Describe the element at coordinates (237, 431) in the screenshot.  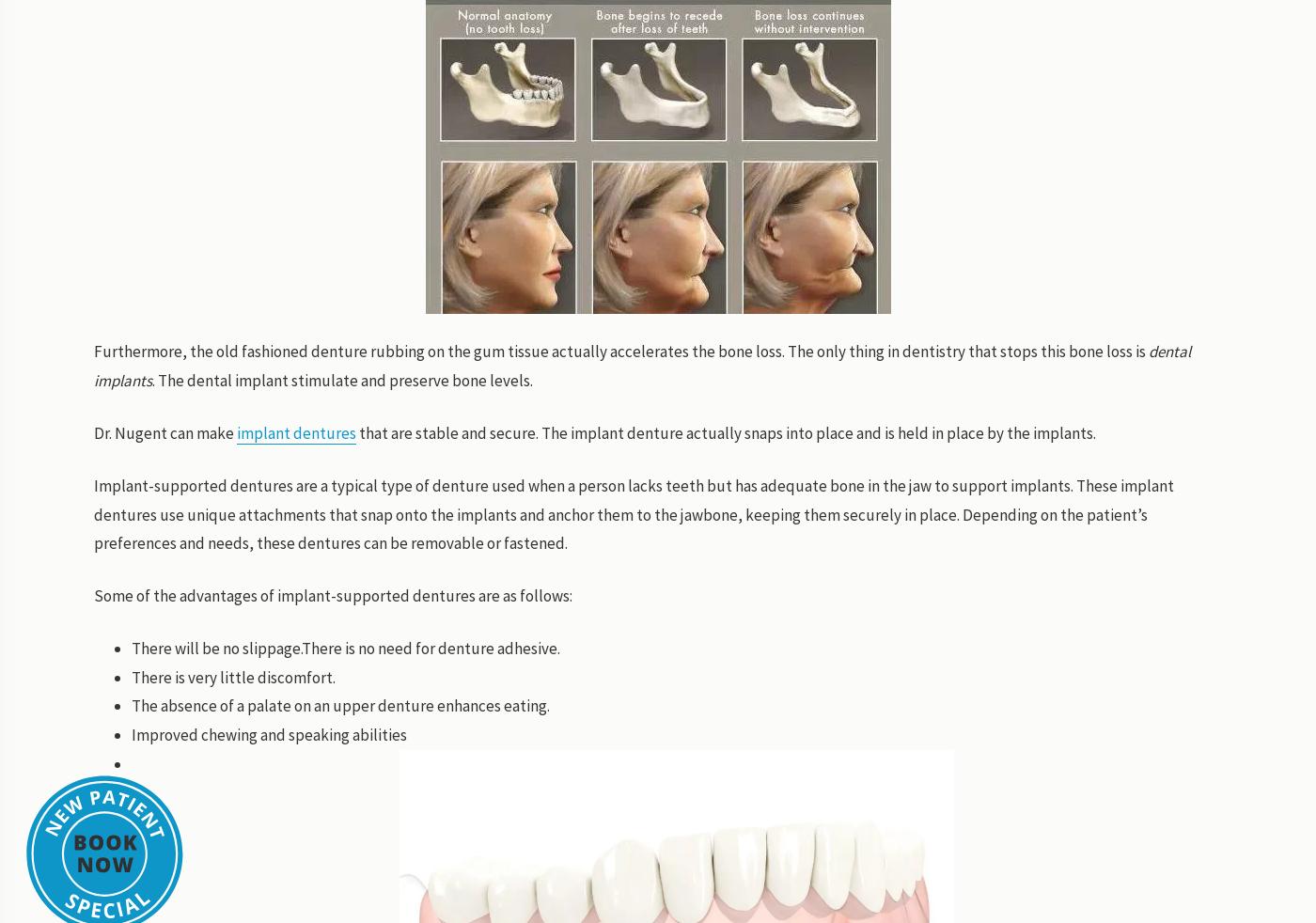
I see `'implant dentures'` at that location.